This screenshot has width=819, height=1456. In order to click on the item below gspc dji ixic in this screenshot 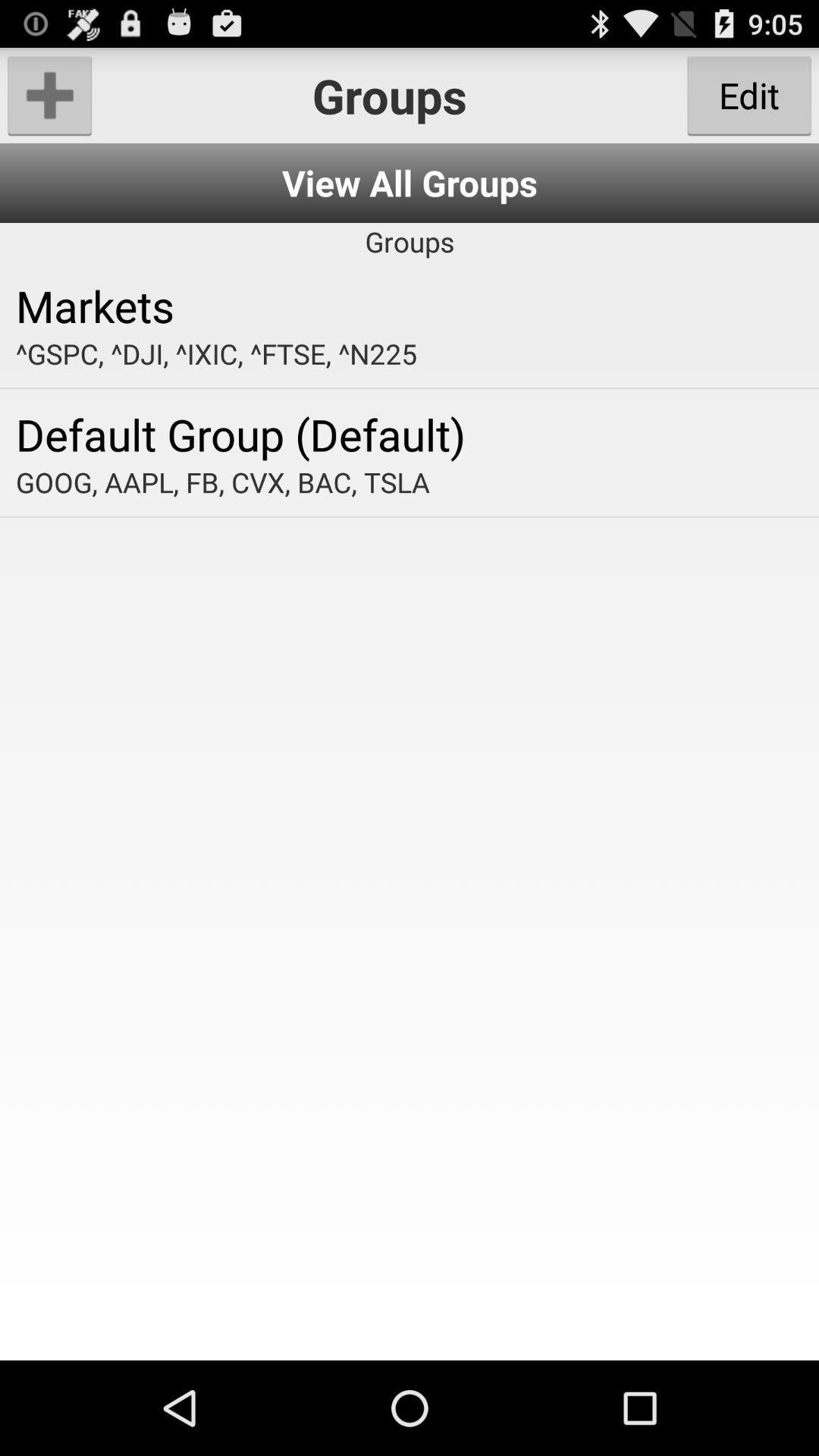, I will do `click(409, 433)`.